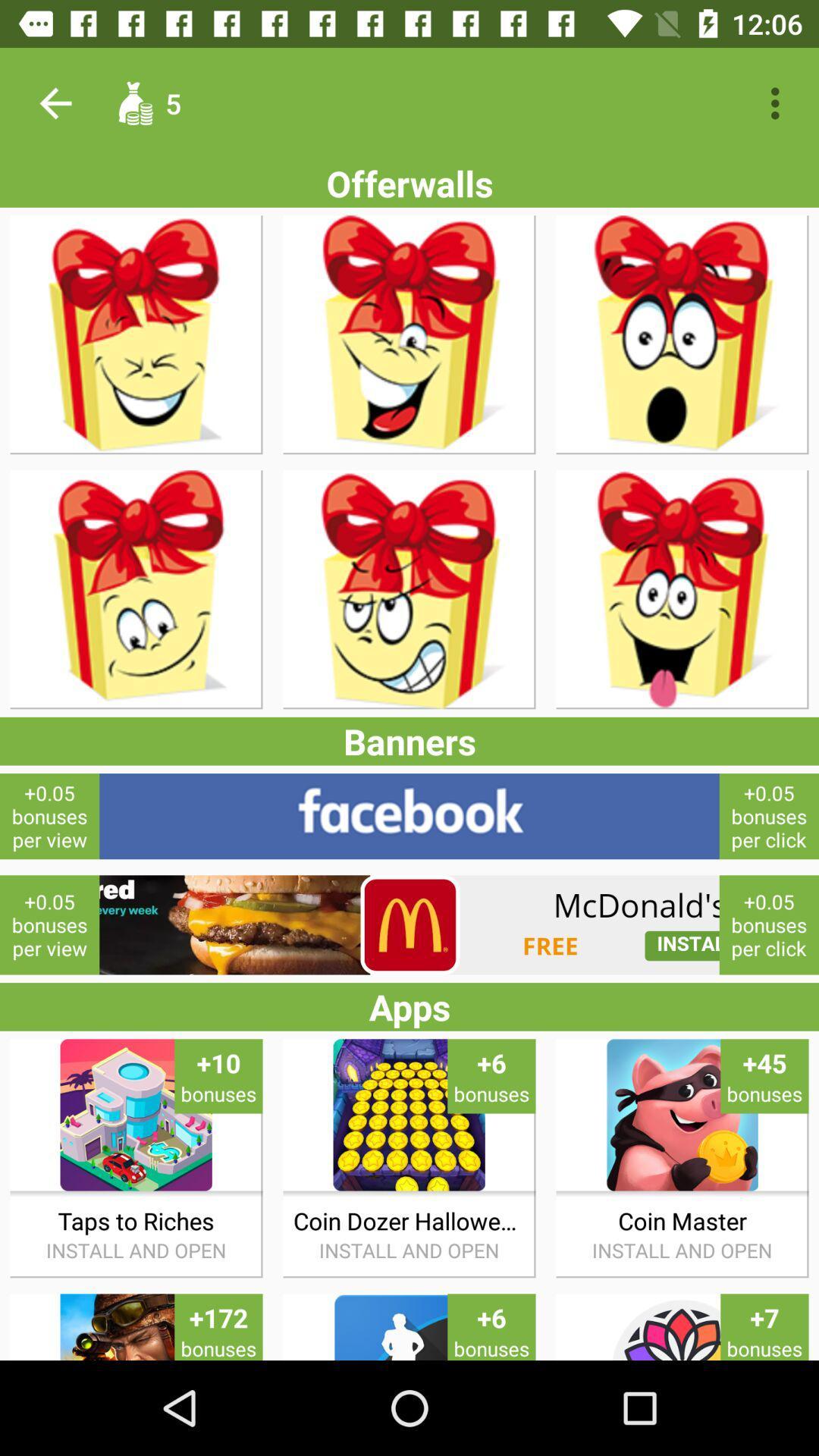  Describe the element at coordinates (55, 102) in the screenshot. I see `the item above the offerwalls` at that location.